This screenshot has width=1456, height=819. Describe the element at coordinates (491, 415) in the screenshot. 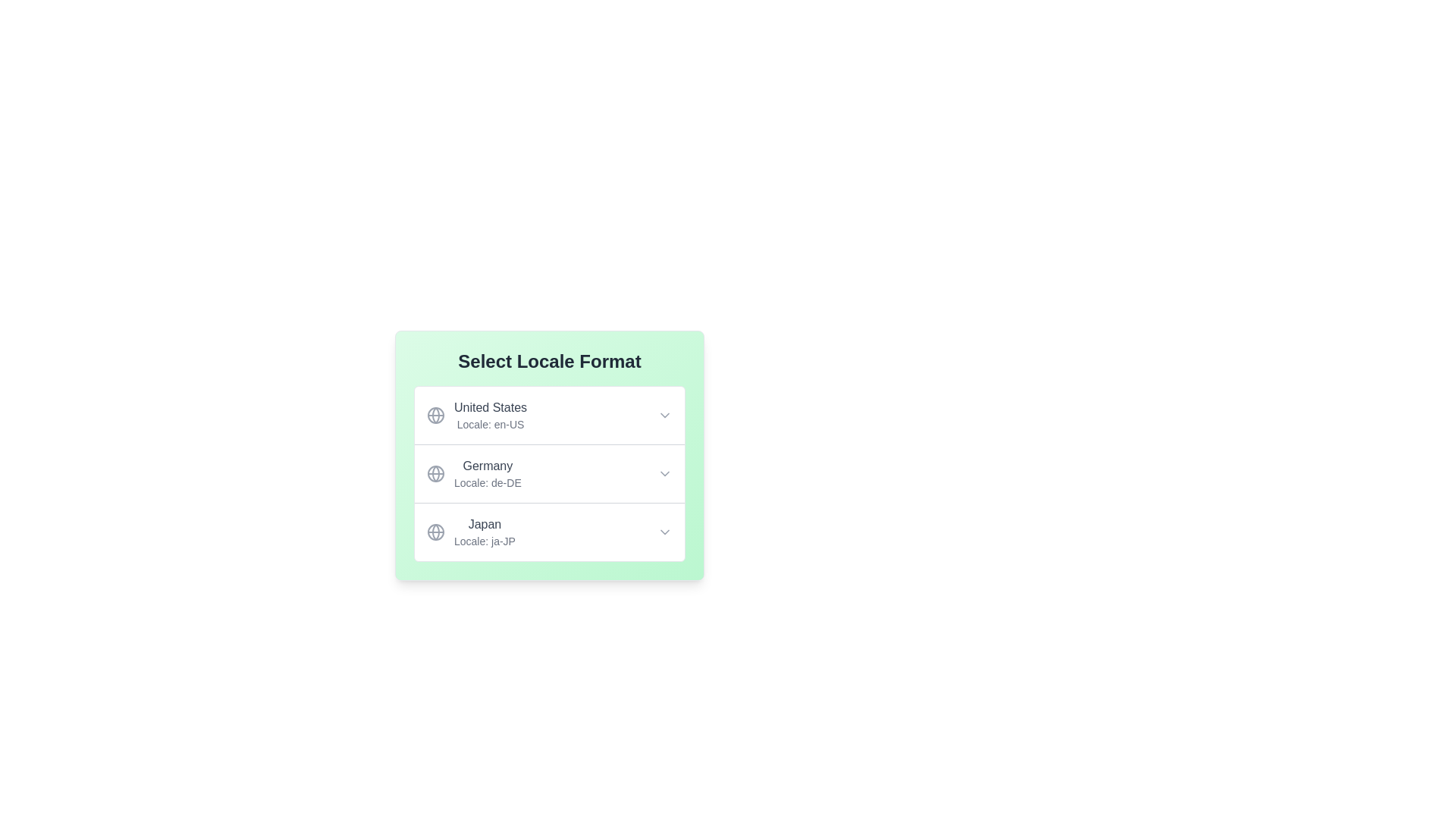

I see `text label displaying 'United States' and 'Locale: en-US' to understand the locale information` at that location.